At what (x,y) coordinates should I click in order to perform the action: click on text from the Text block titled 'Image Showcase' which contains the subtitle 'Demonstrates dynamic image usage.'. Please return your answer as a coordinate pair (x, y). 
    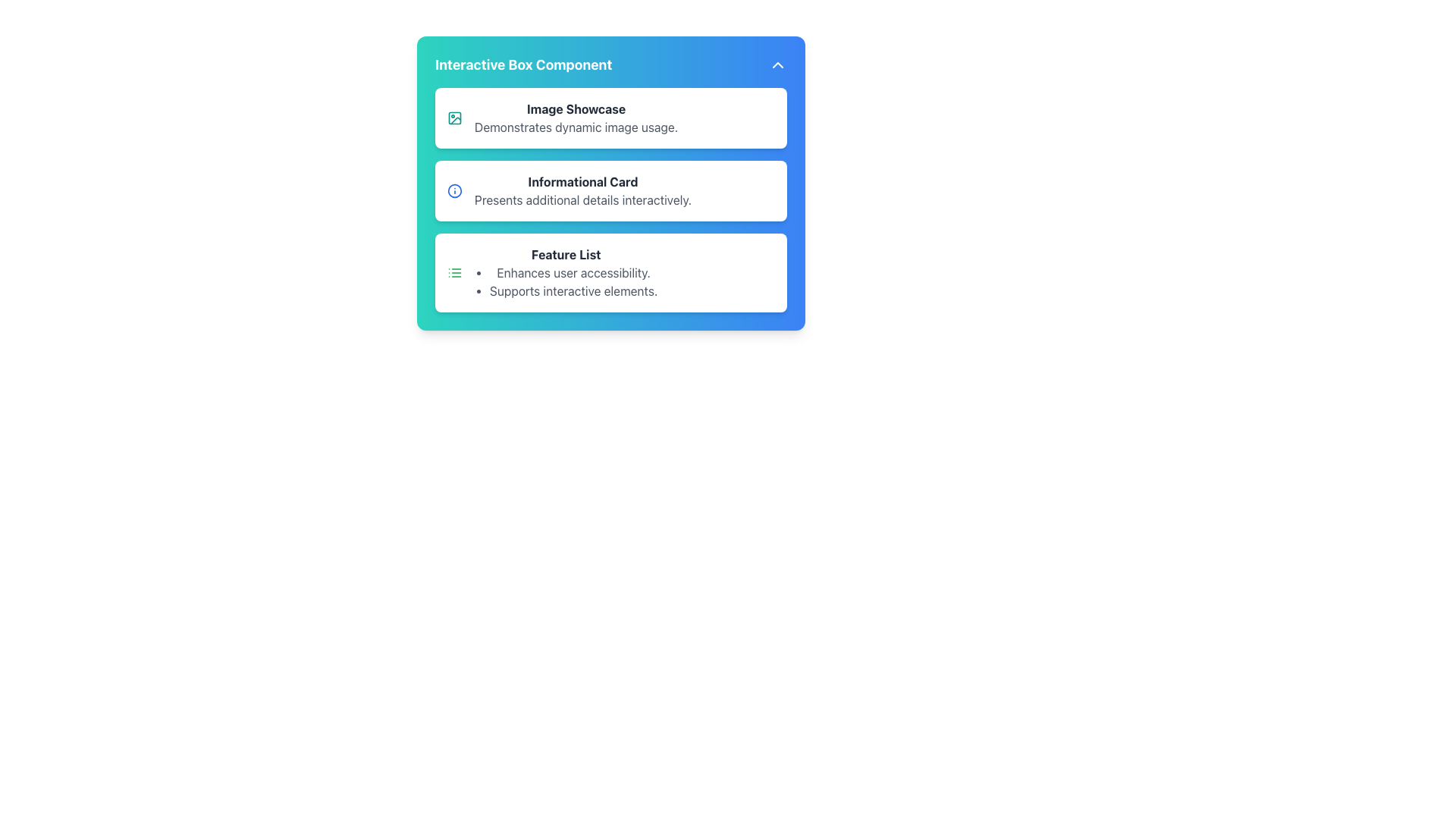
    Looking at the image, I should click on (576, 117).